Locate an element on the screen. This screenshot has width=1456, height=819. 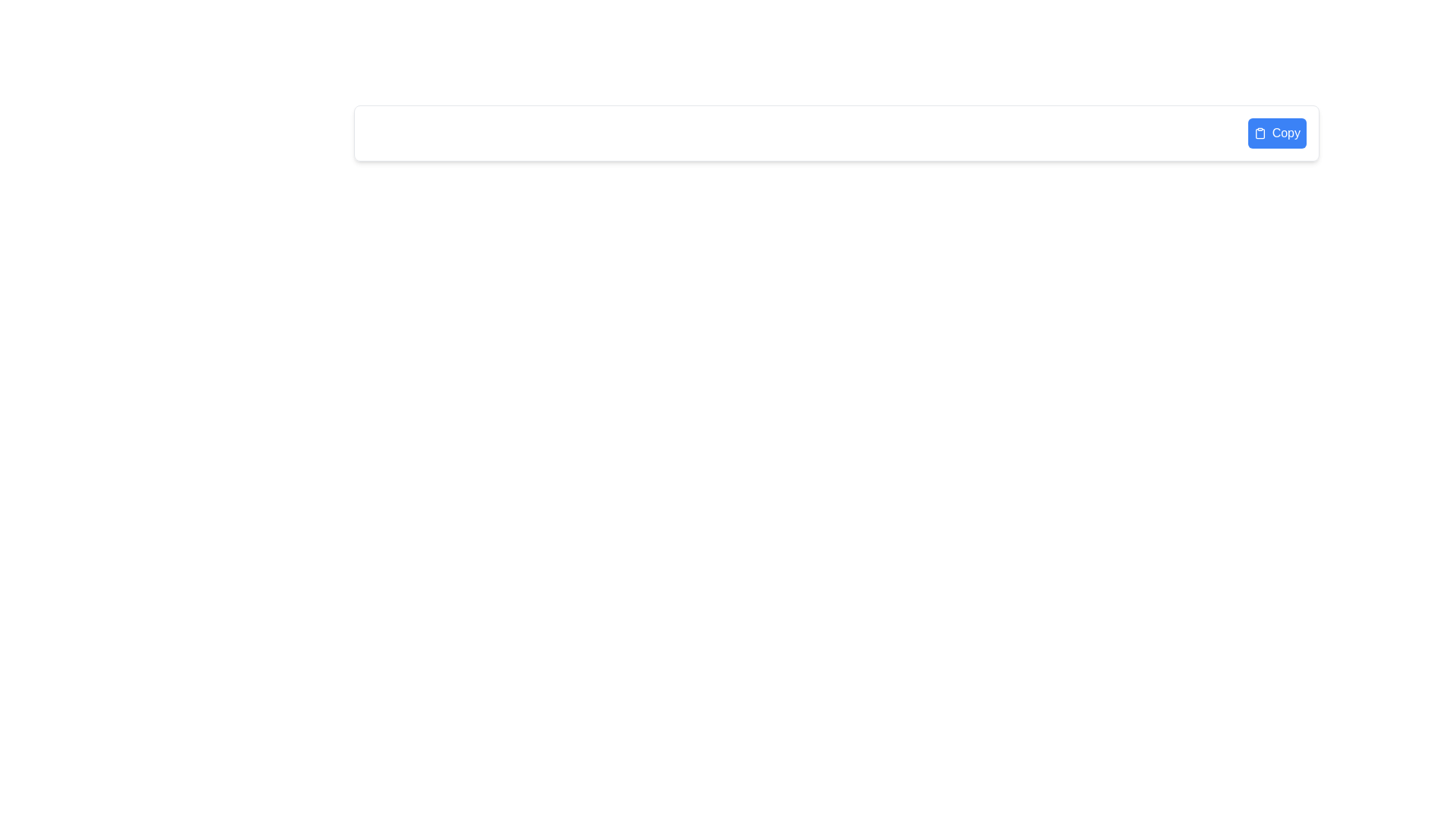
the clipboard icon on the 'Copy' button, which is positioned to the right of a white text input field and is the leftmost component of the button is located at coordinates (1260, 133).